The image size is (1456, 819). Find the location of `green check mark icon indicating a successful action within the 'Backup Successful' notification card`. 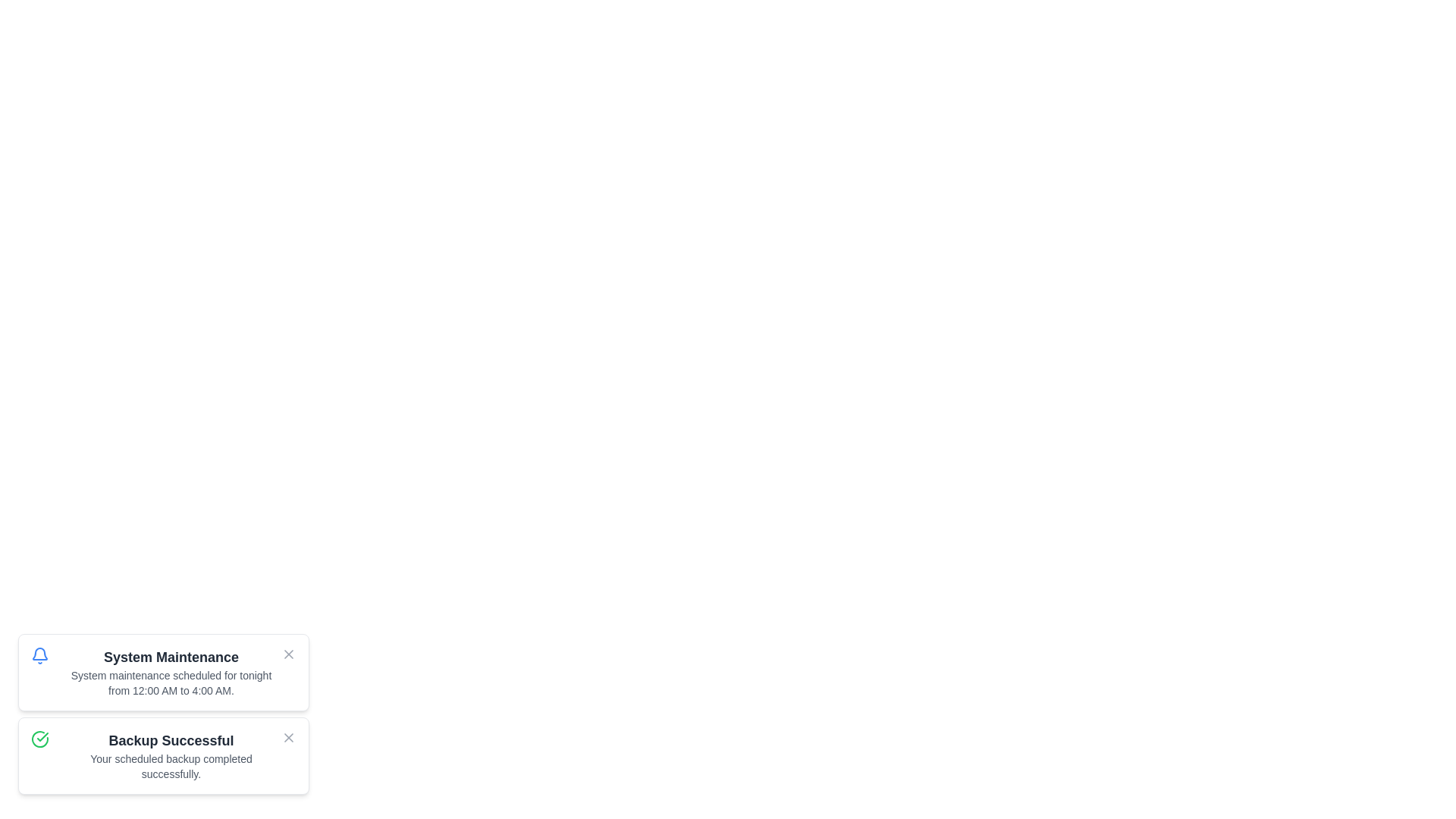

green check mark icon indicating a successful action within the 'Backup Successful' notification card is located at coordinates (42, 736).